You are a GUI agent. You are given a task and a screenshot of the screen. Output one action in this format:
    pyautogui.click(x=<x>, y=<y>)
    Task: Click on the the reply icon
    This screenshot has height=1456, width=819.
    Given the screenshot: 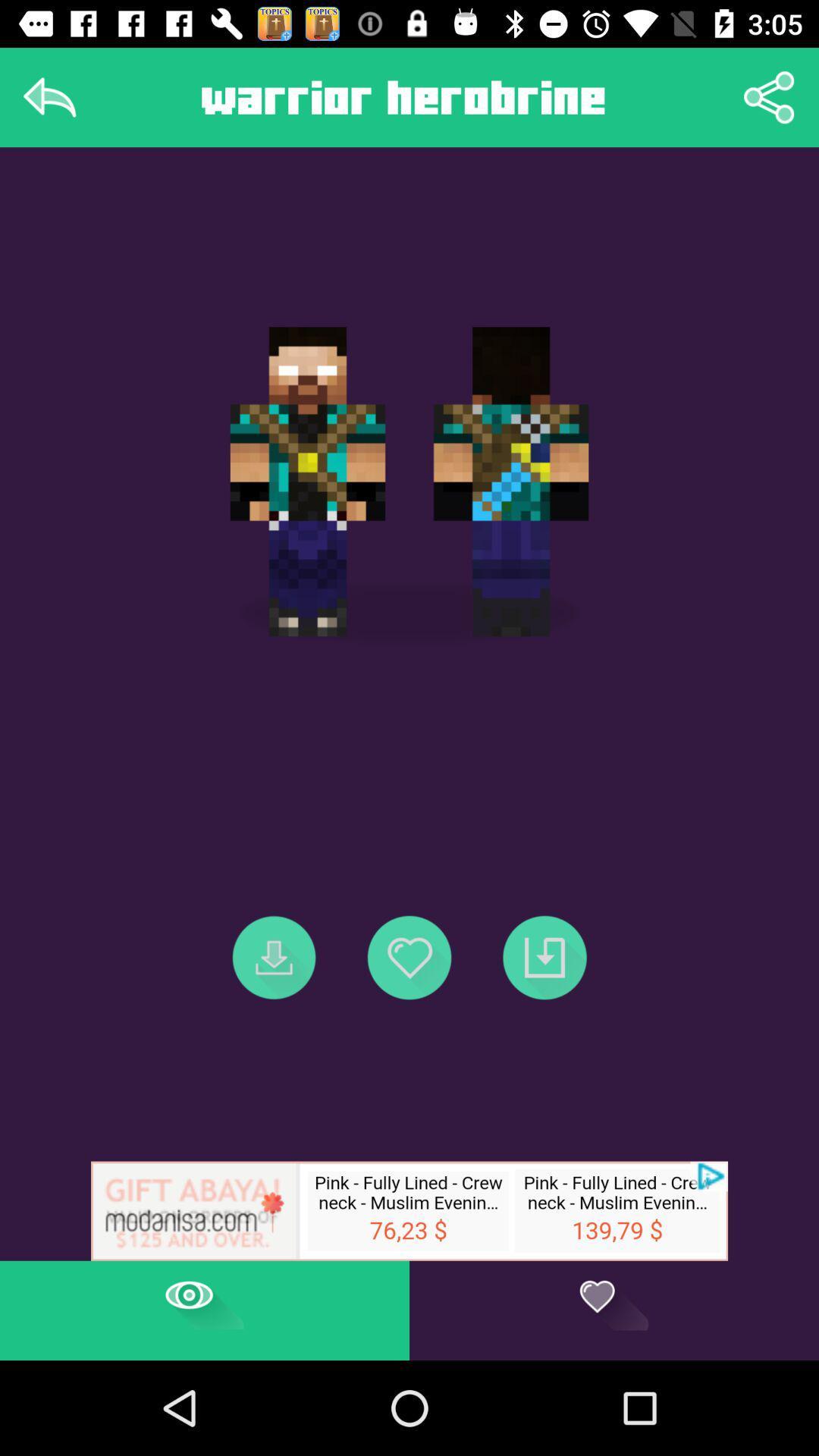 What is the action you would take?
    pyautogui.click(x=49, y=96)
    